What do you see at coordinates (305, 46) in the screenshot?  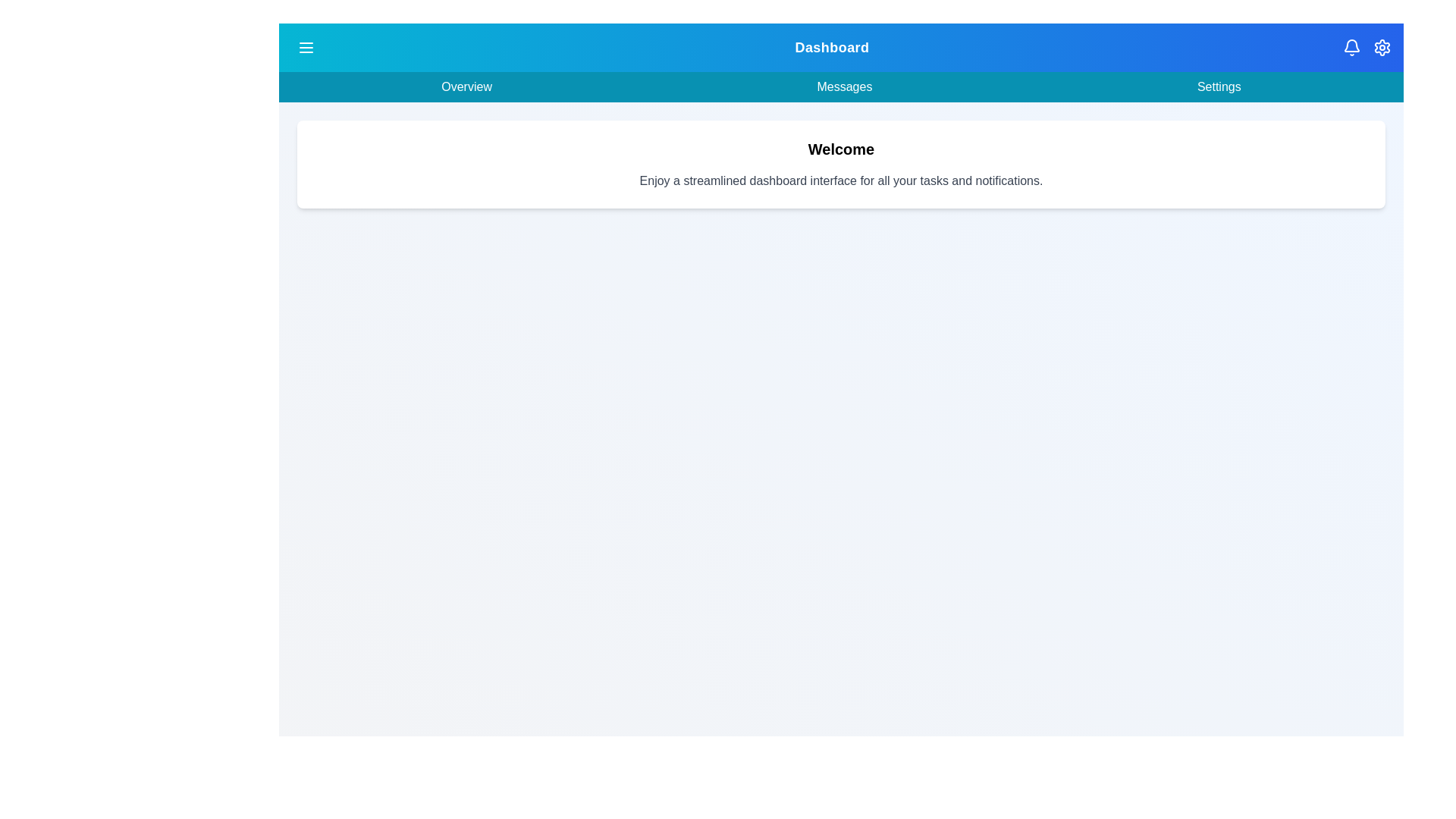 I see `the menu icon to toggle the menu visibility` at bounding box center [305, 46].